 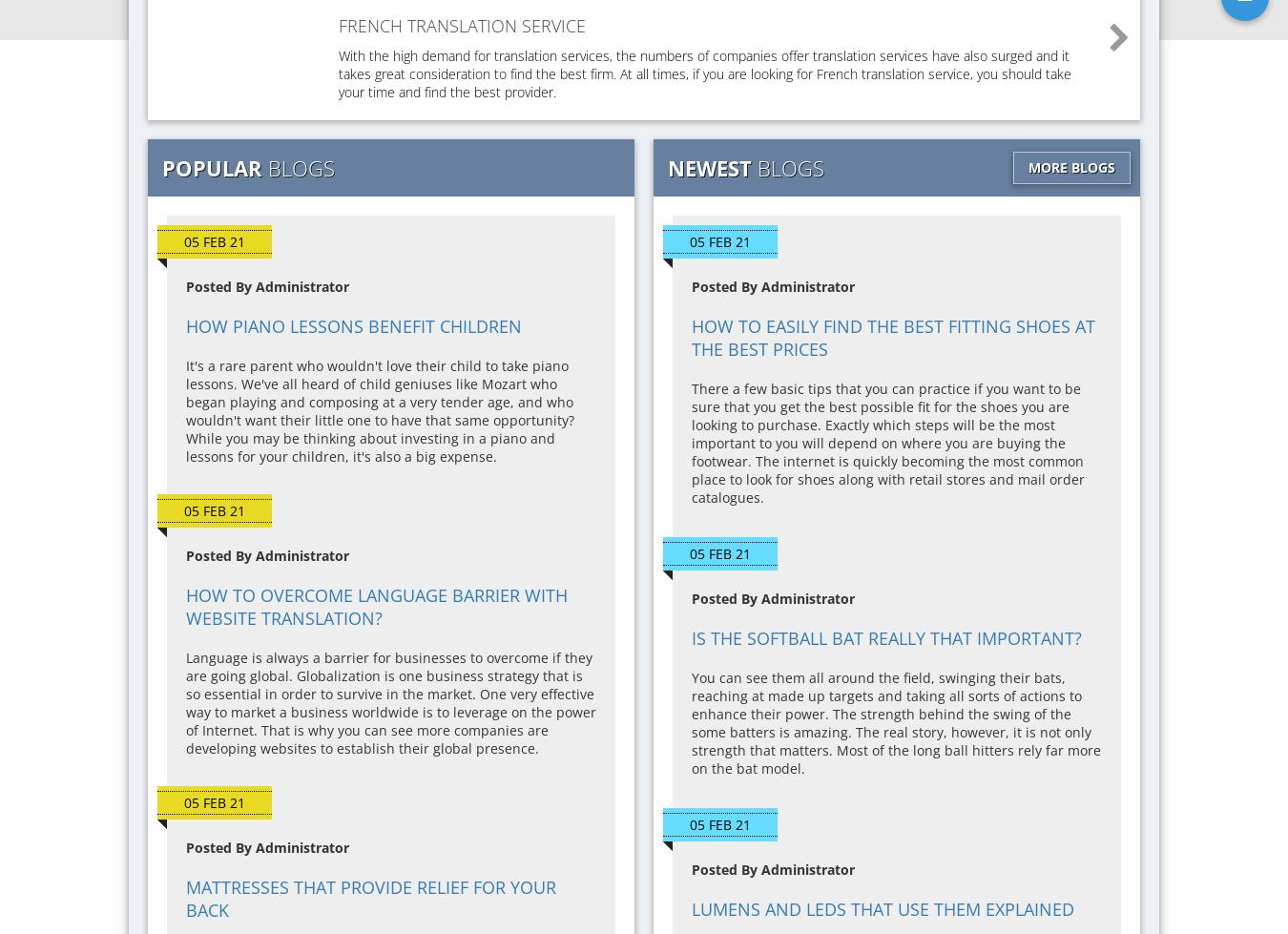 I want to click on 'French Translation Service', so click(x=461, y=26).